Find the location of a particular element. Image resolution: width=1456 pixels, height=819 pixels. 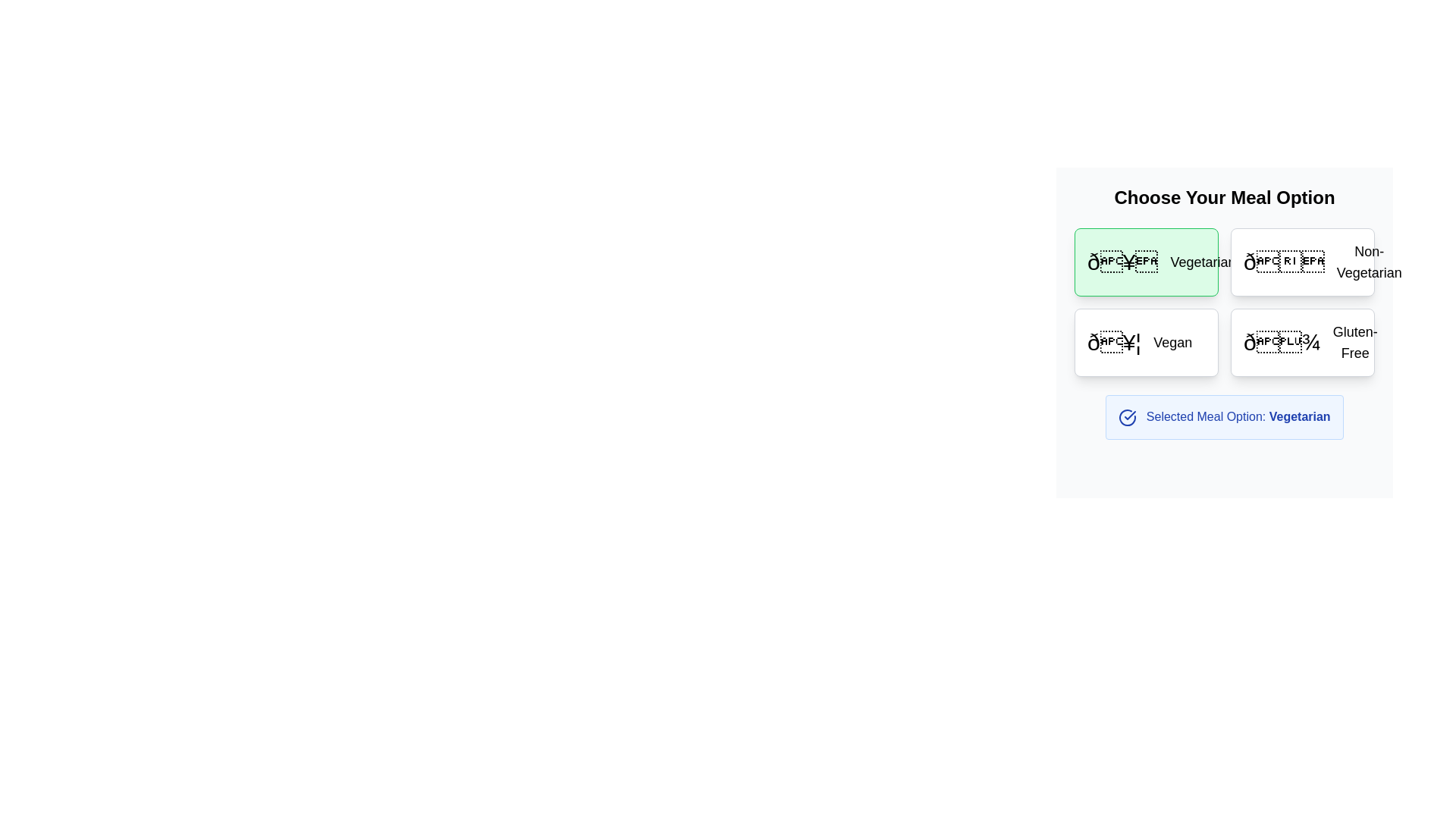

text of the label indicating the currently selected meal type, located within the 'Selected Meal Option' section below the grid of meal options is located at coordinates (1299, 416).